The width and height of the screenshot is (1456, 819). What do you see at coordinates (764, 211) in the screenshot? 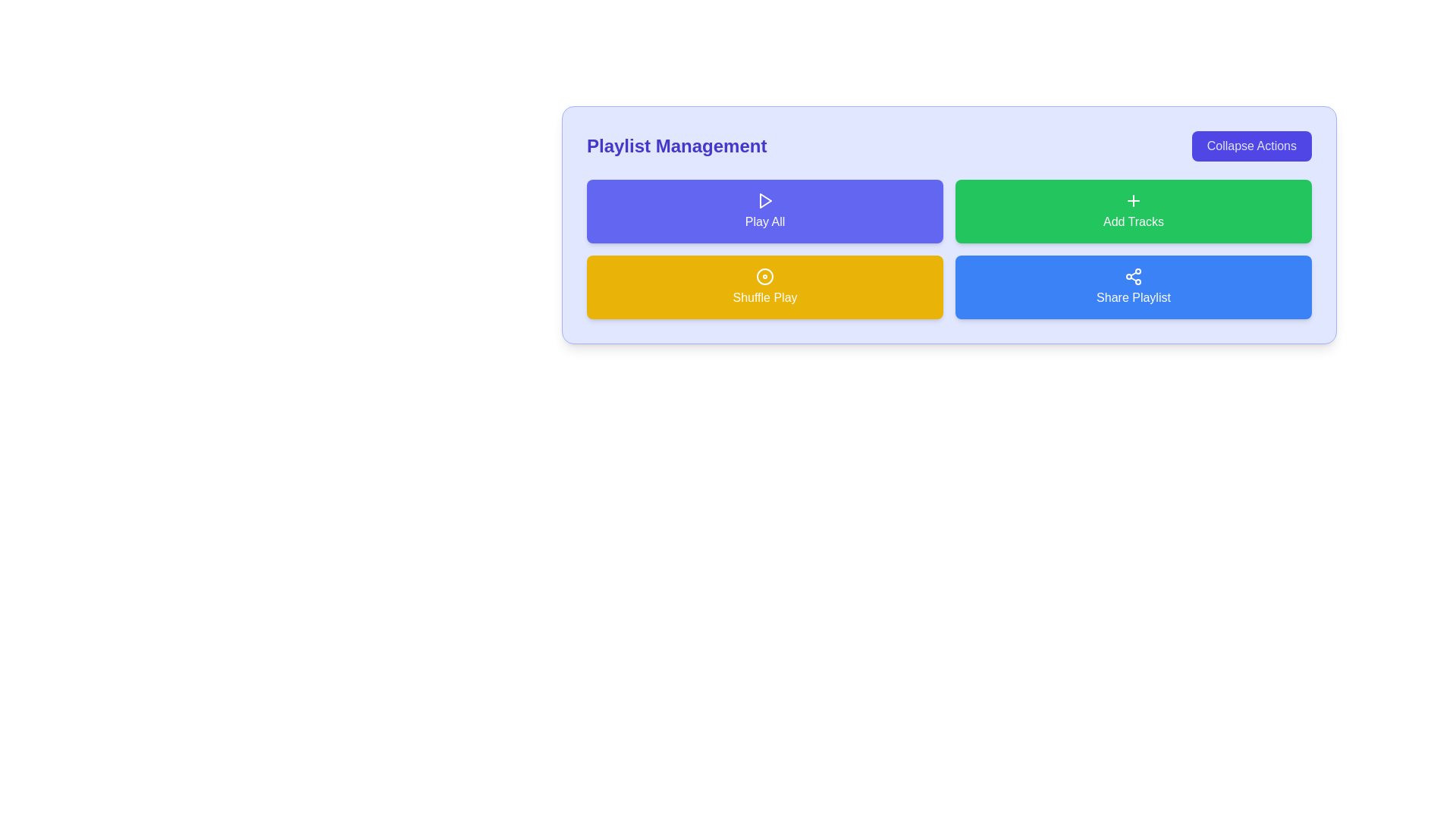
I see `the 'Play All' button` at bounding box center [764, 211].